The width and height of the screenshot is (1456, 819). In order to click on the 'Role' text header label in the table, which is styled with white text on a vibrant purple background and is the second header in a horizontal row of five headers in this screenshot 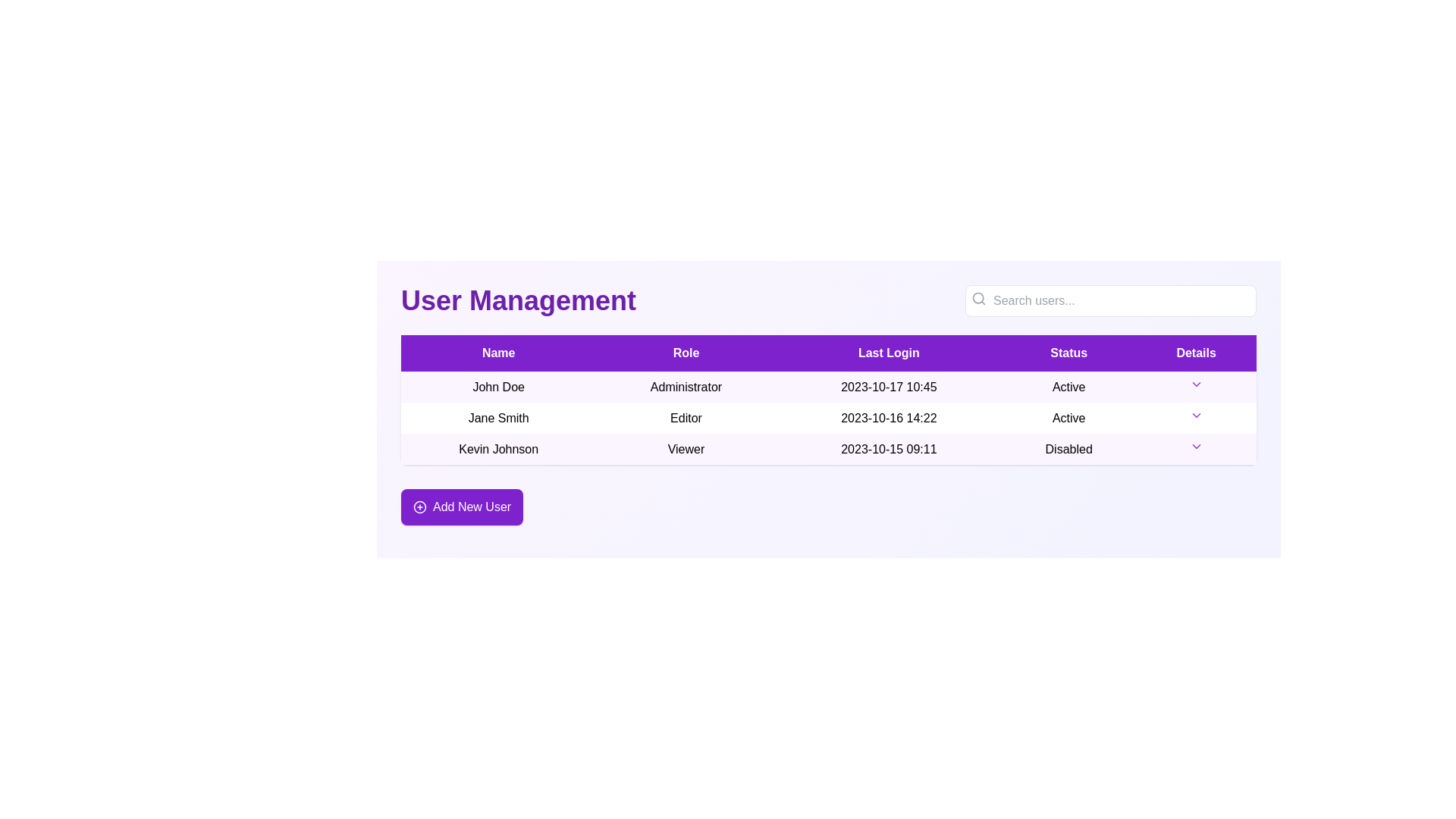, I will do `click(685, 353)`.